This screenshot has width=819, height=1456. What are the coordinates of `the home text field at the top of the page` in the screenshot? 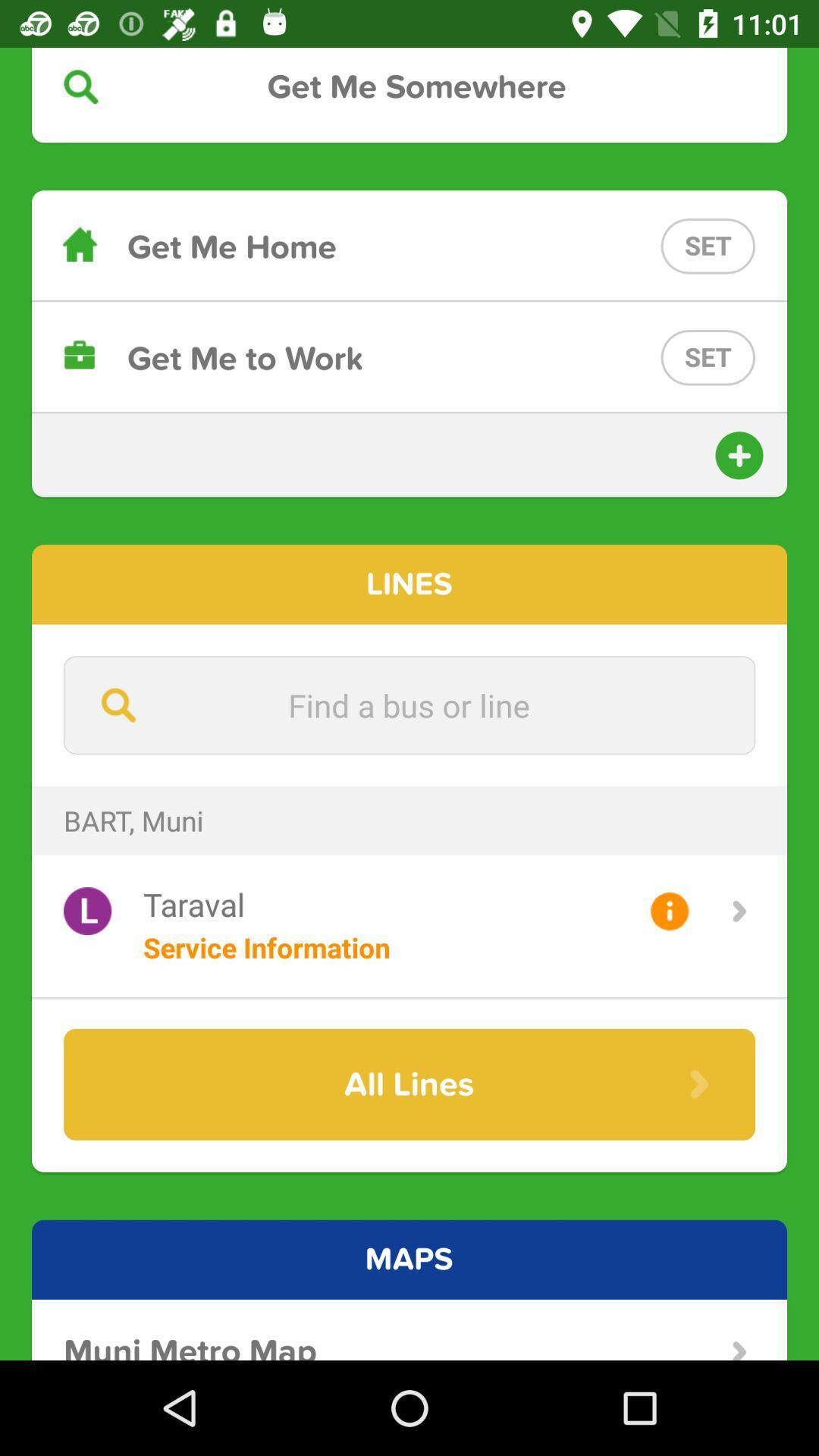 It's located at (409, 246).